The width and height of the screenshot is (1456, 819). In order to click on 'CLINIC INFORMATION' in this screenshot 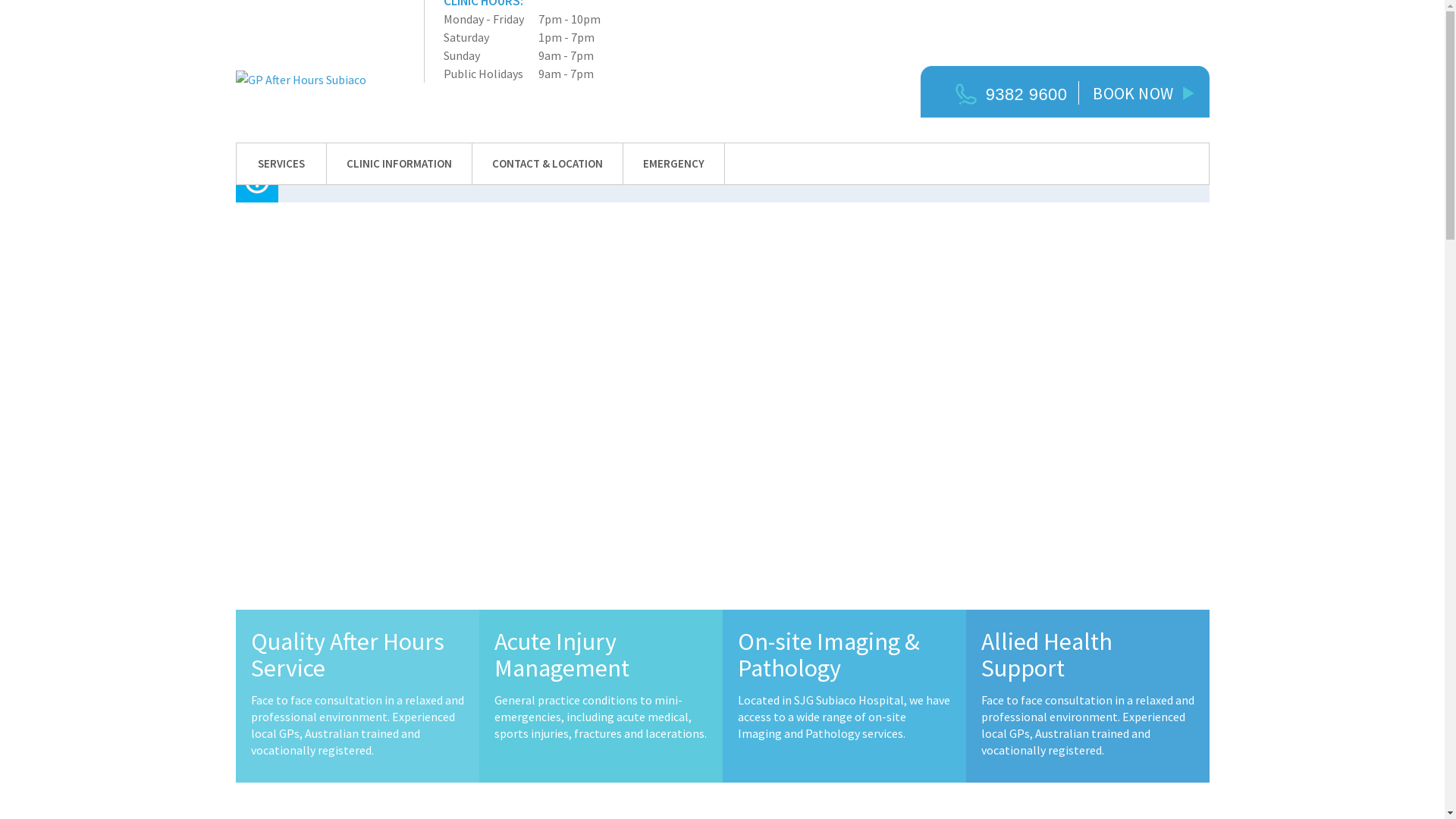, I will do `click(399, 164)`.